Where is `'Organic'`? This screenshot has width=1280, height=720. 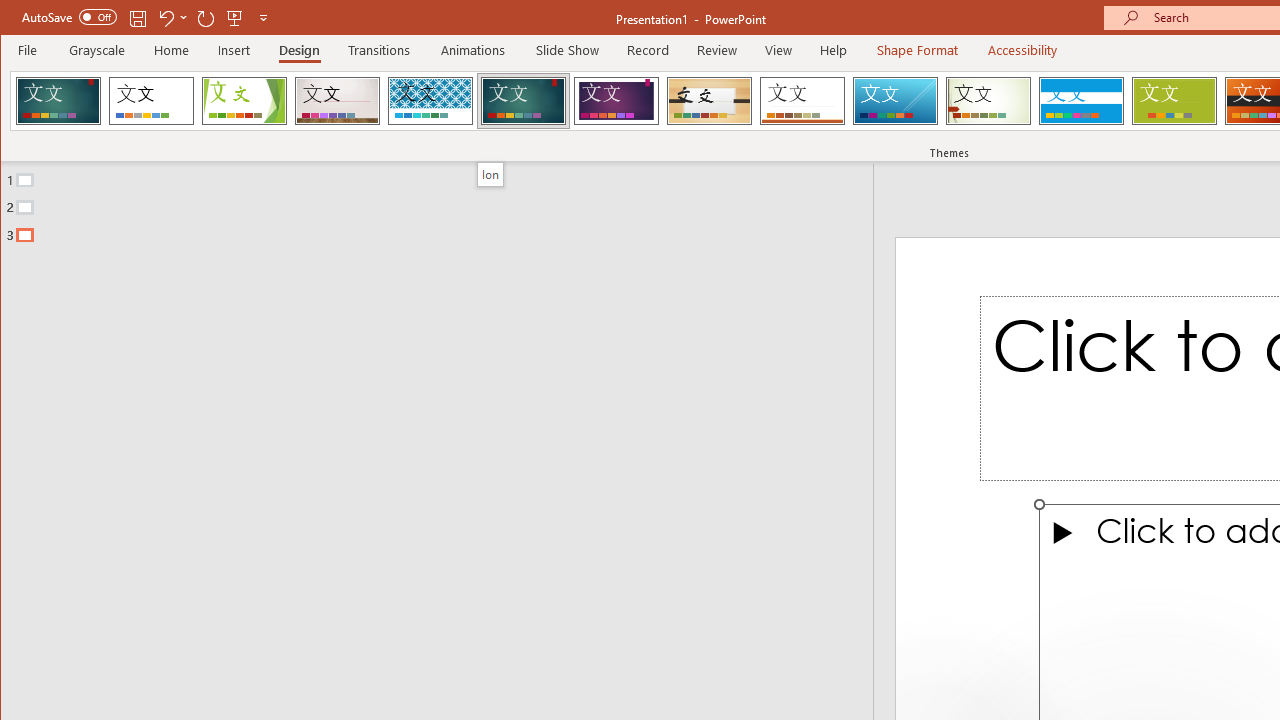
'Organic' is located at coordinates (709, 100).